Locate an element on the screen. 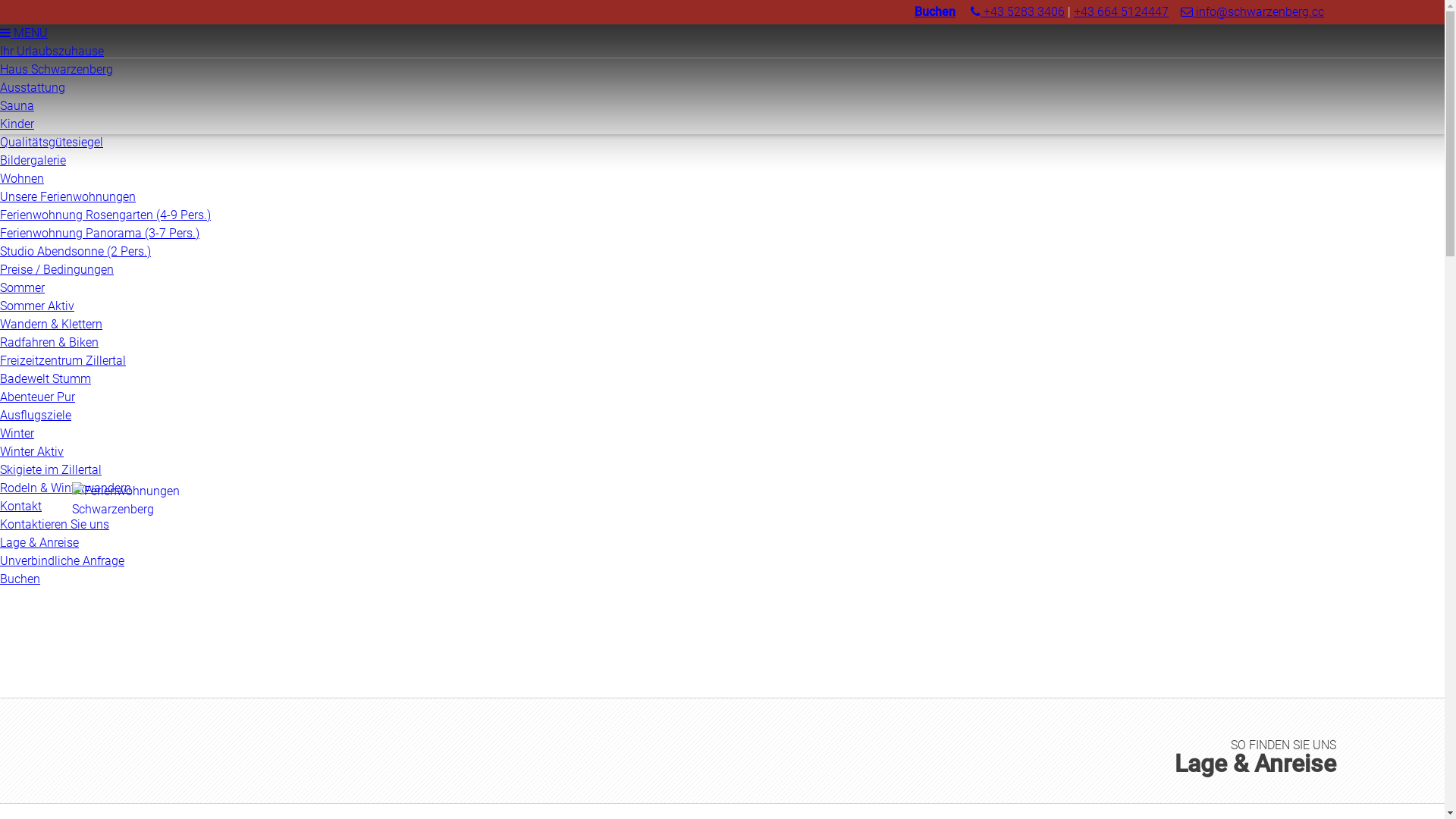  'Kontakt' is located at coordinates (20, 506).